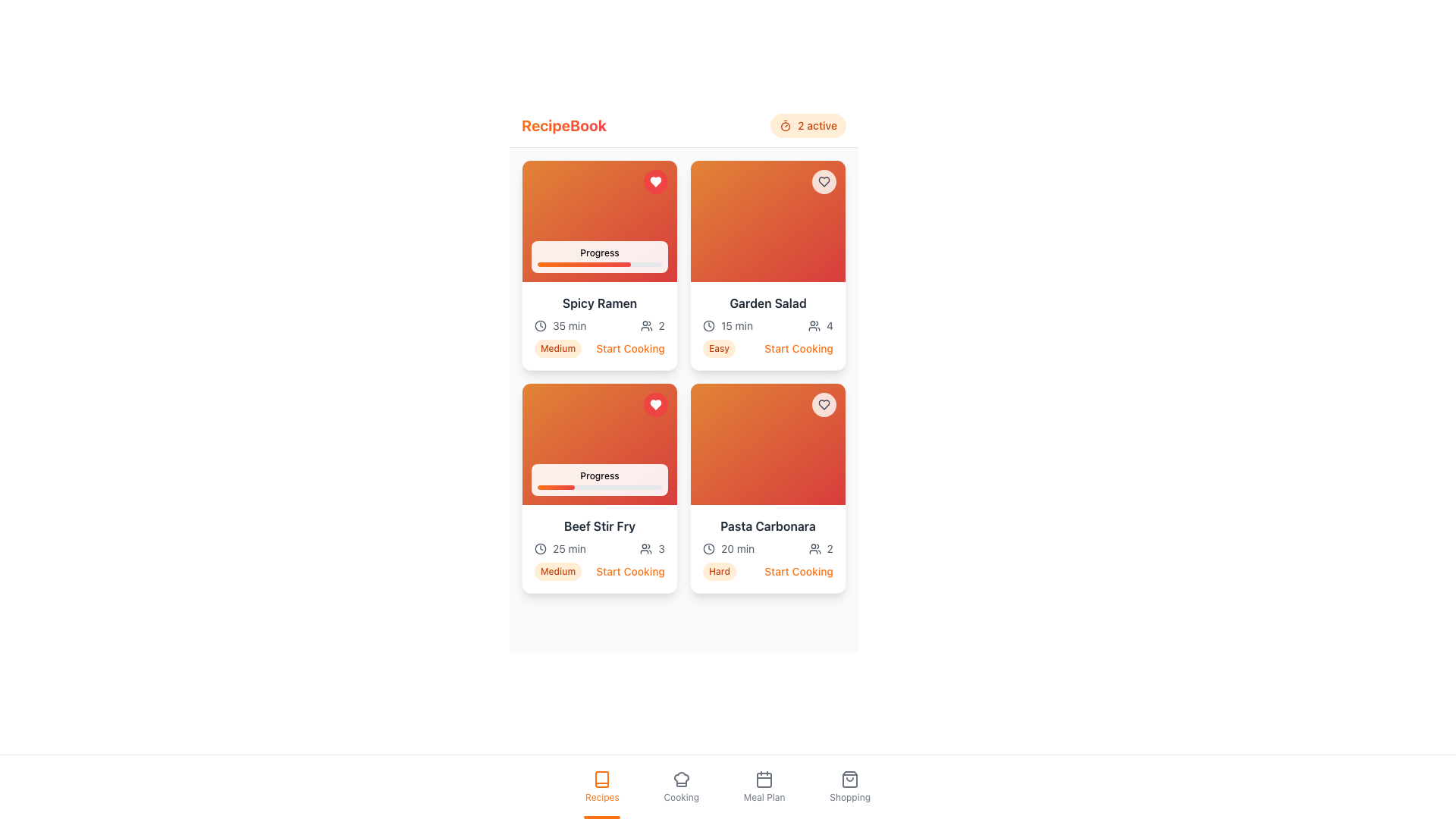 This screenshot has height=819, width=1456. Describe the element at coordinates (850, 786) in the screenshot. I see `the 'Shopping' button located on the bottom navigation bar, the fourth item in the sequence` at that location.